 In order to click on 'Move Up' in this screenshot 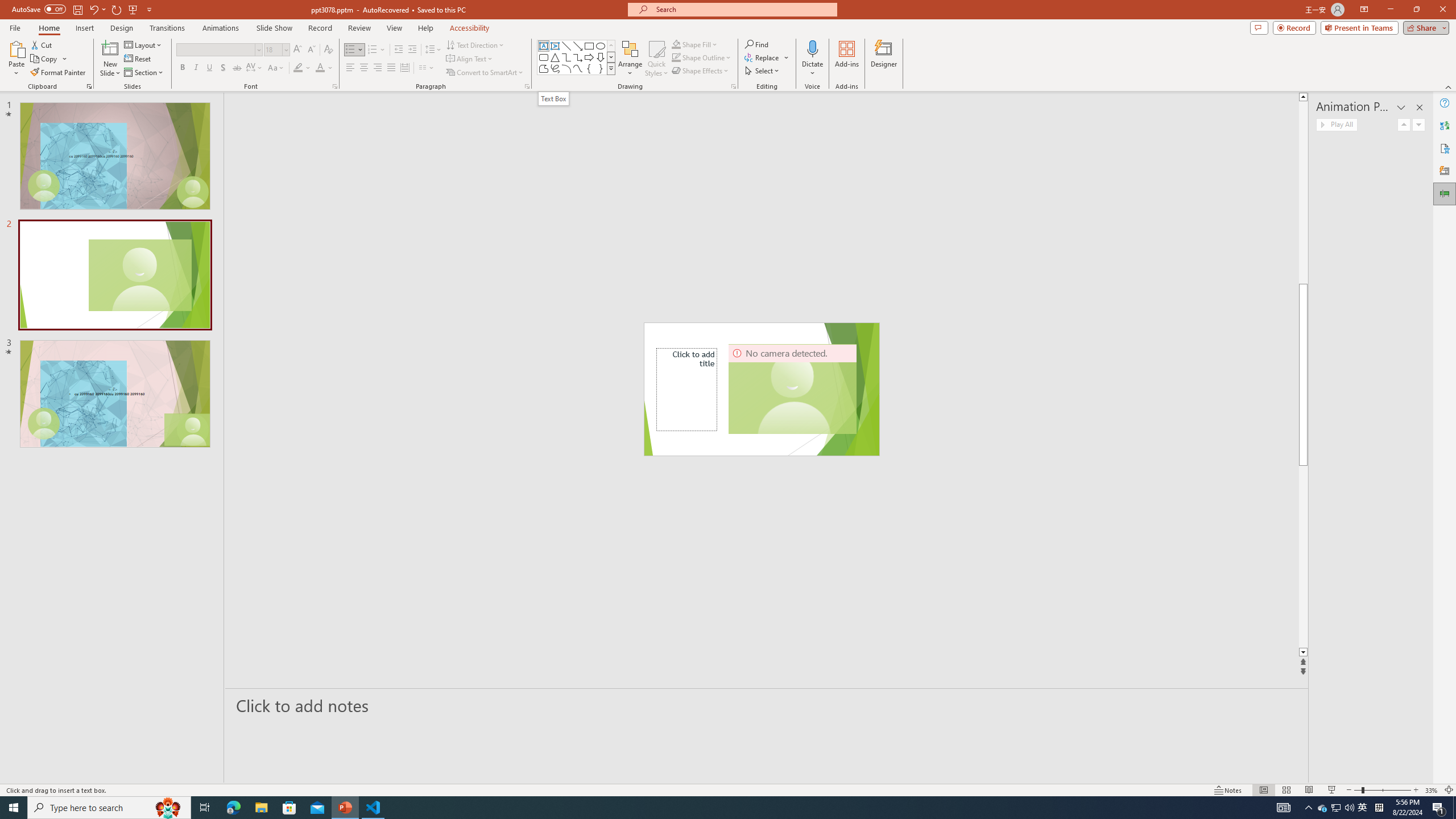, I will do `click(1404, 124)`.